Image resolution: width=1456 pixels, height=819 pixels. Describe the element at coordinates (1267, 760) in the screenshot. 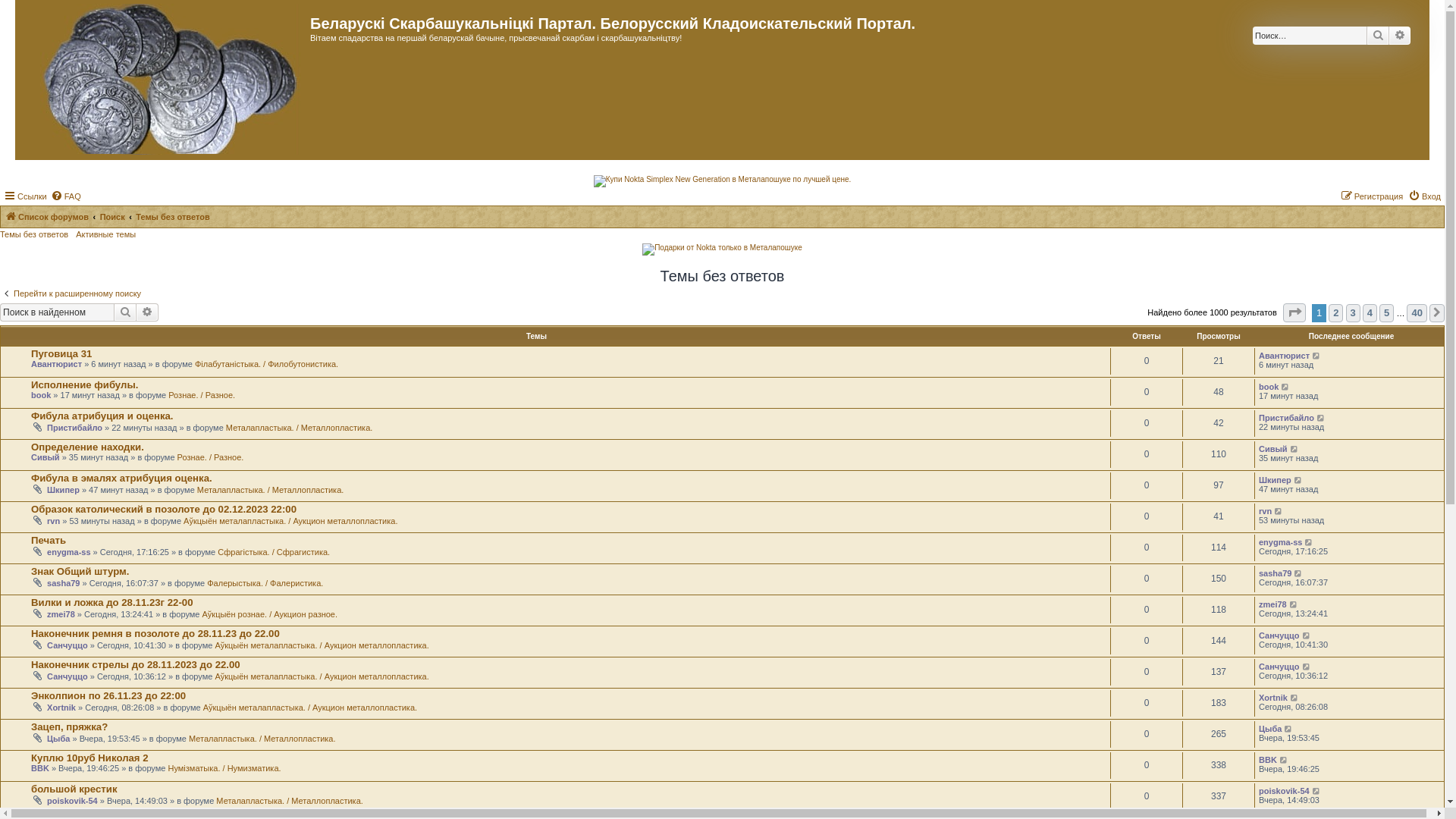

I see `'BBK'` at that location.